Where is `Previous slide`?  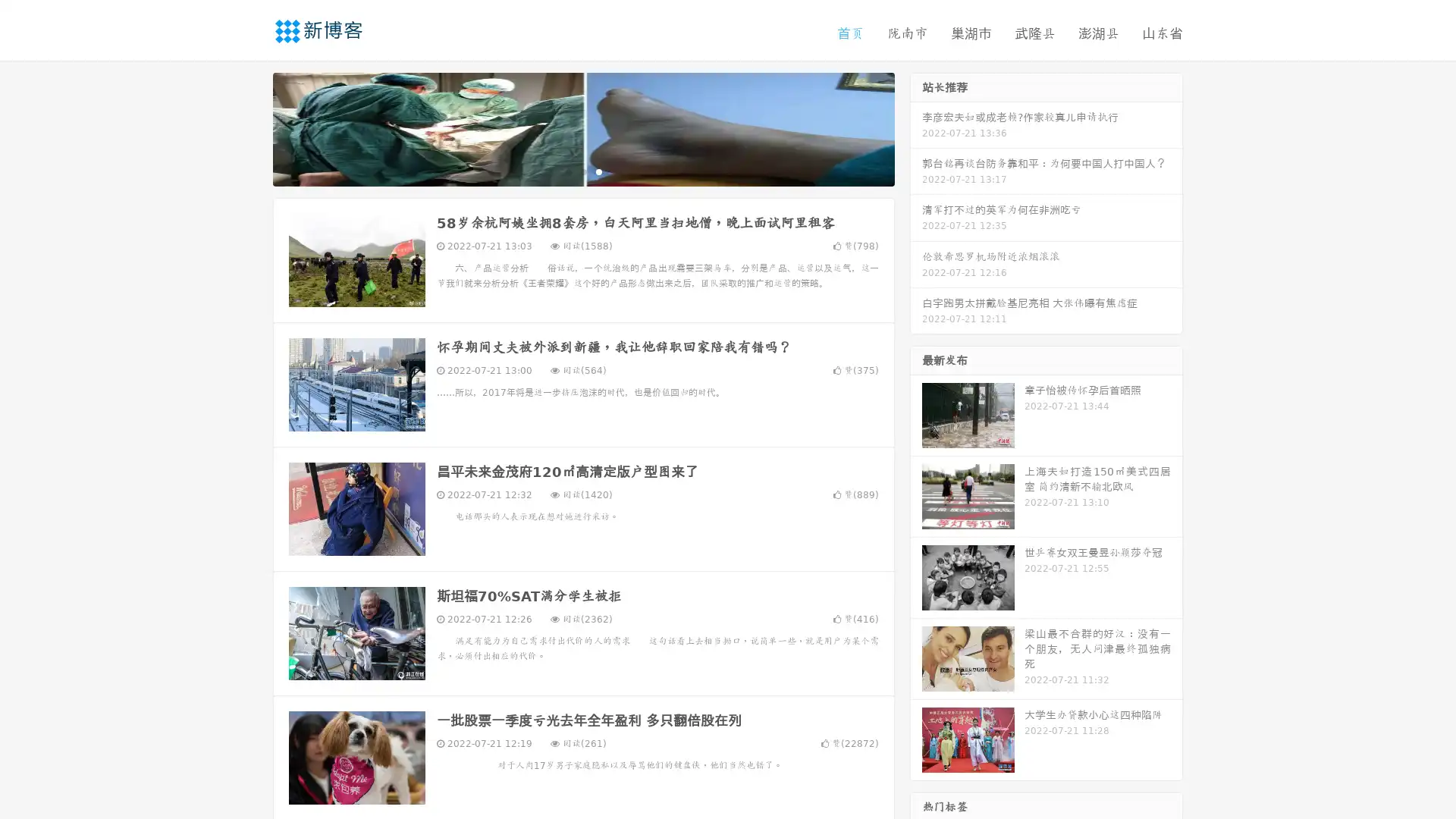 Previous slide is located at coordinates (250, 127).